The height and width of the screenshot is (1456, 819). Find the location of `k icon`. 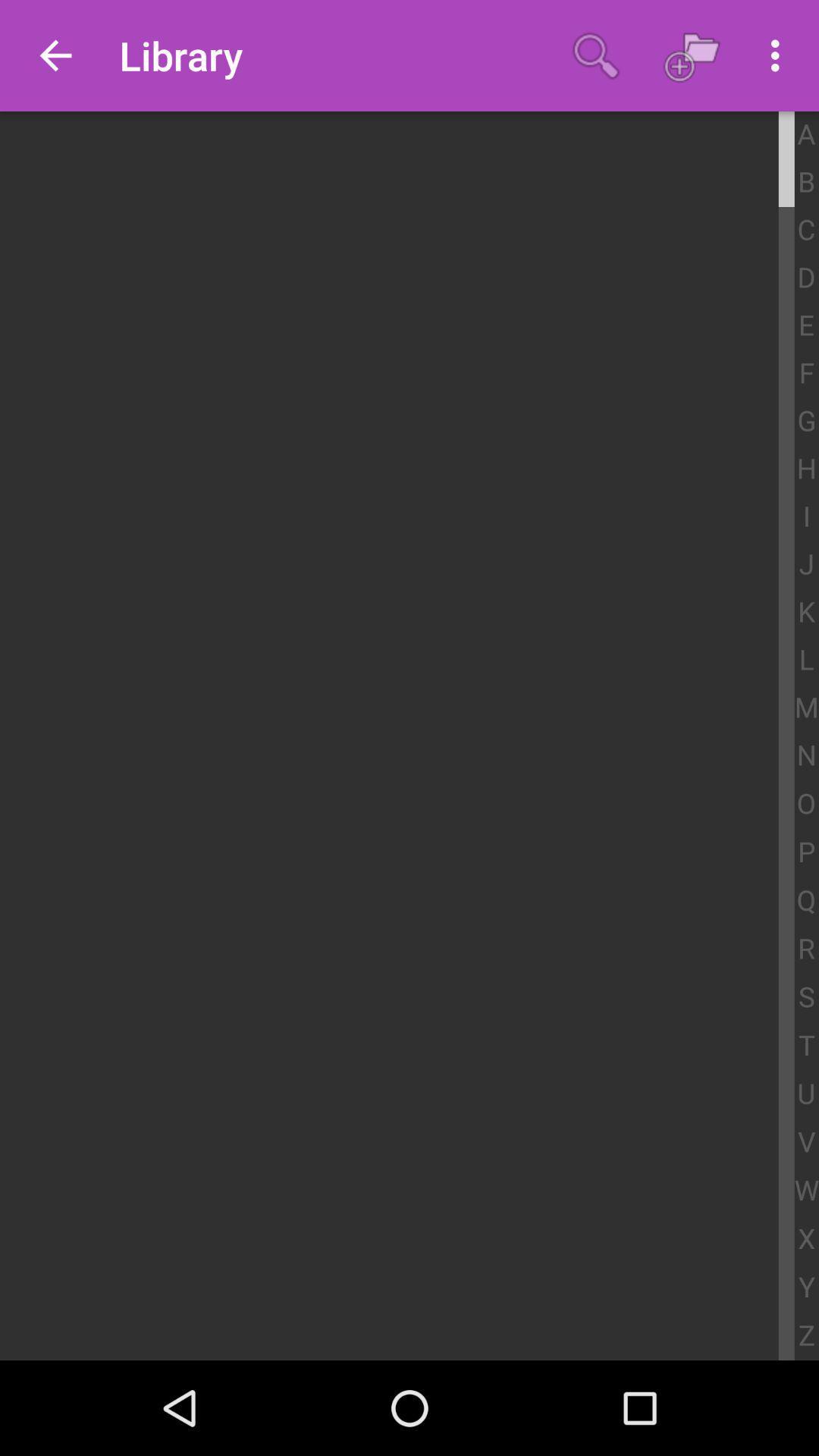

k icon is located at coordinates (805, 613).